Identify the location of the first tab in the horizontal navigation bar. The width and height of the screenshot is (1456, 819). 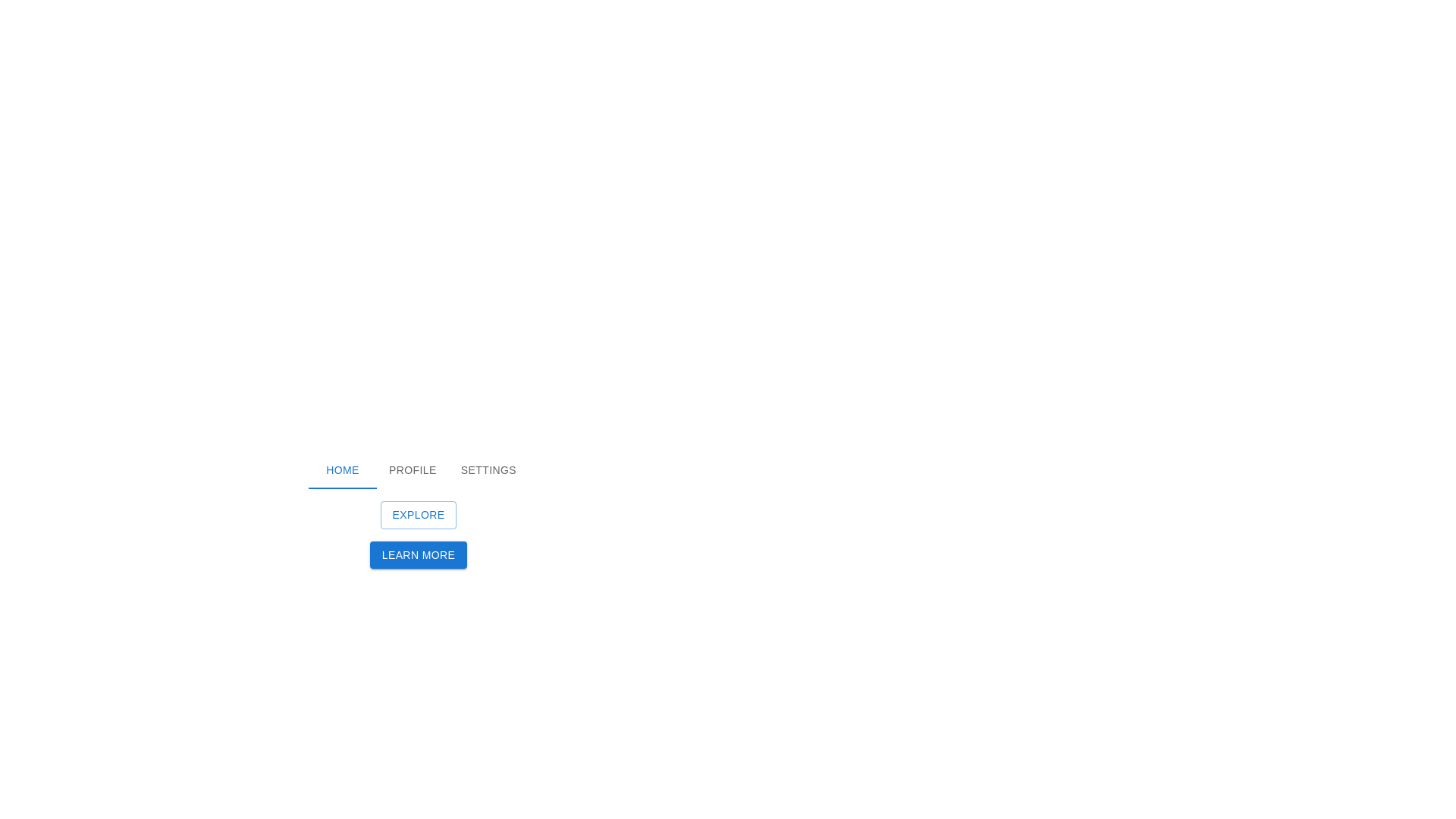
(341, 470).